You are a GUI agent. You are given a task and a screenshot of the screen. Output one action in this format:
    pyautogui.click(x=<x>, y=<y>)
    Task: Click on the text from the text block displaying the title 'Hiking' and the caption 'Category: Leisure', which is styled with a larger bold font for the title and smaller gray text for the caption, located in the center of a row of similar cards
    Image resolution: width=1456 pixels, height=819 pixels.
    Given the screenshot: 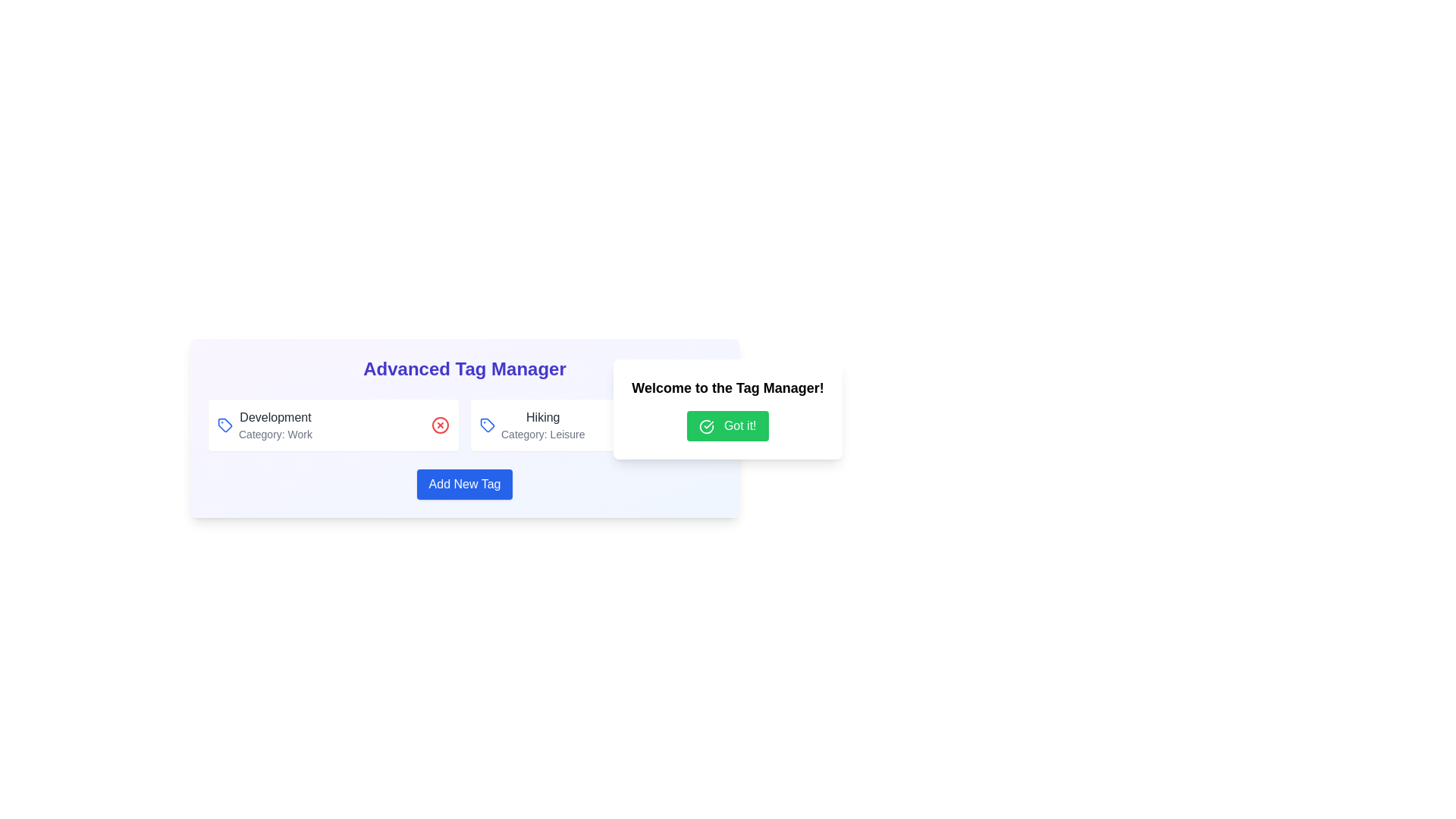 What is the action you would take?
    pyautogui.click(x=543, y=425)
    